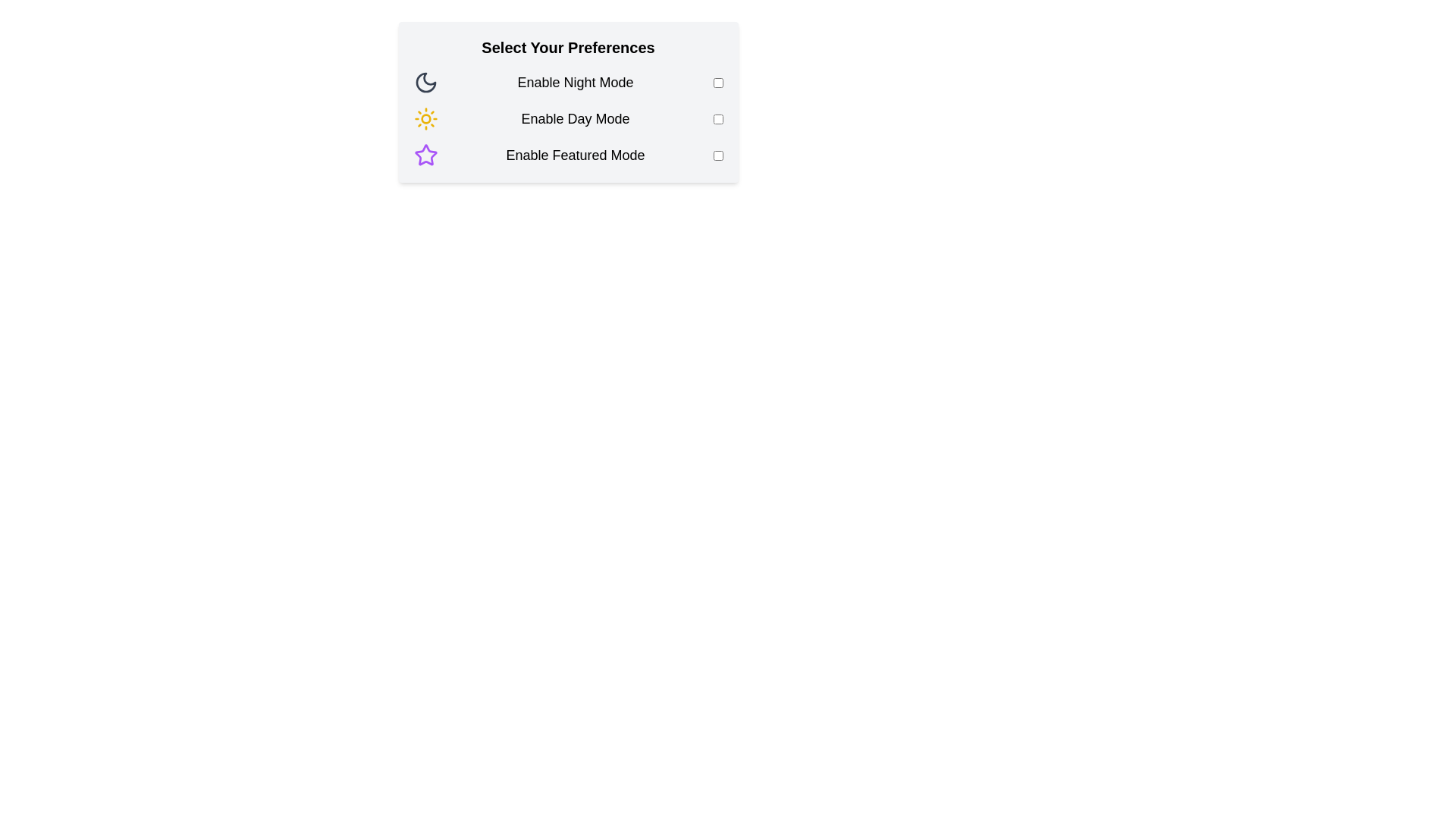 The image size is (1456, 819). I want to click on text label indicating the purpose of the adjacent checkbox for enabling 'night mode', located in the first row of the preference options, so click(574, 82).